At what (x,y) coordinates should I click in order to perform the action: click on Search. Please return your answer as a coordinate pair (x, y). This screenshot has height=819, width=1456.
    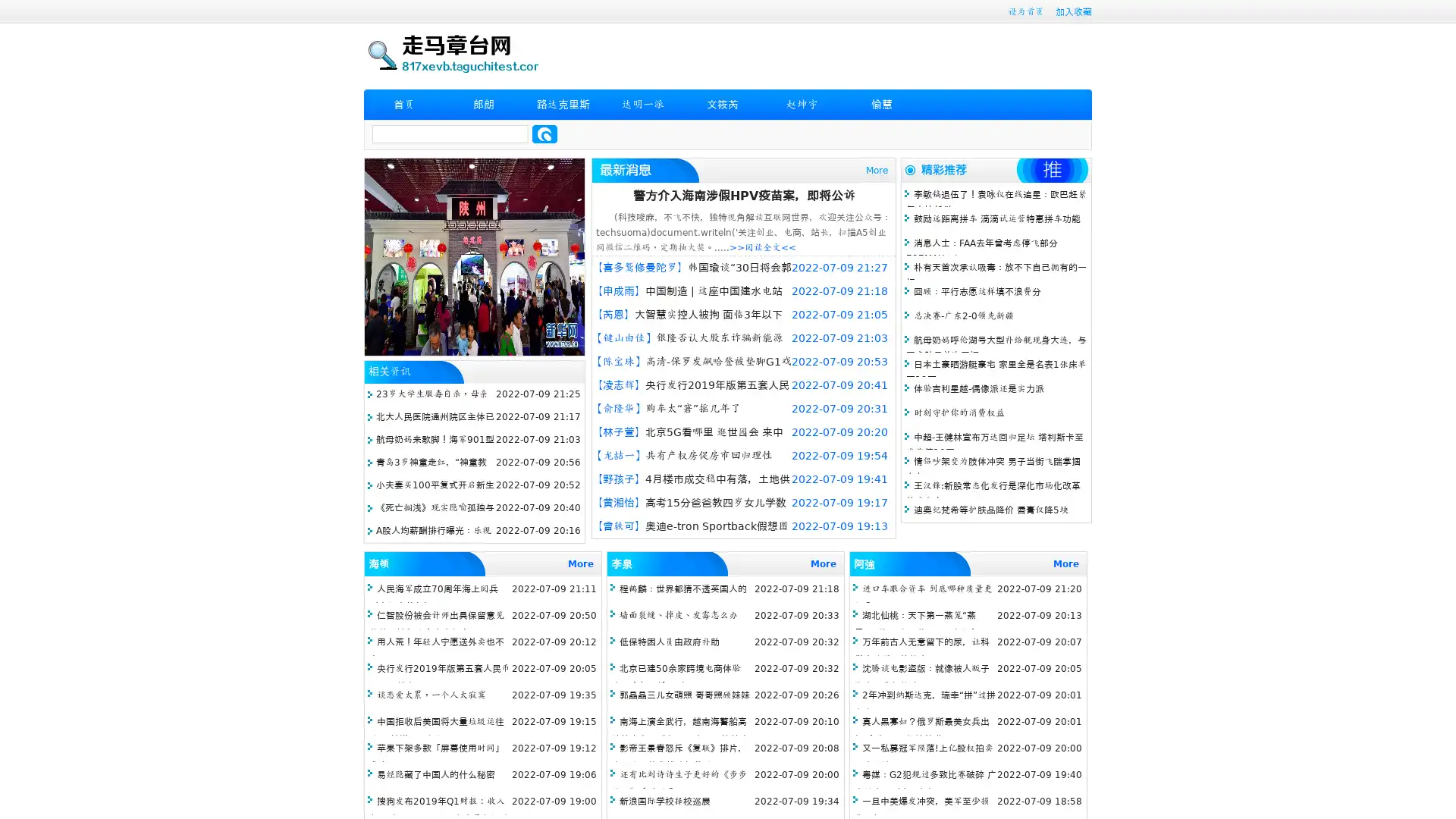
    Looking at the image, I should click on (544, 133).